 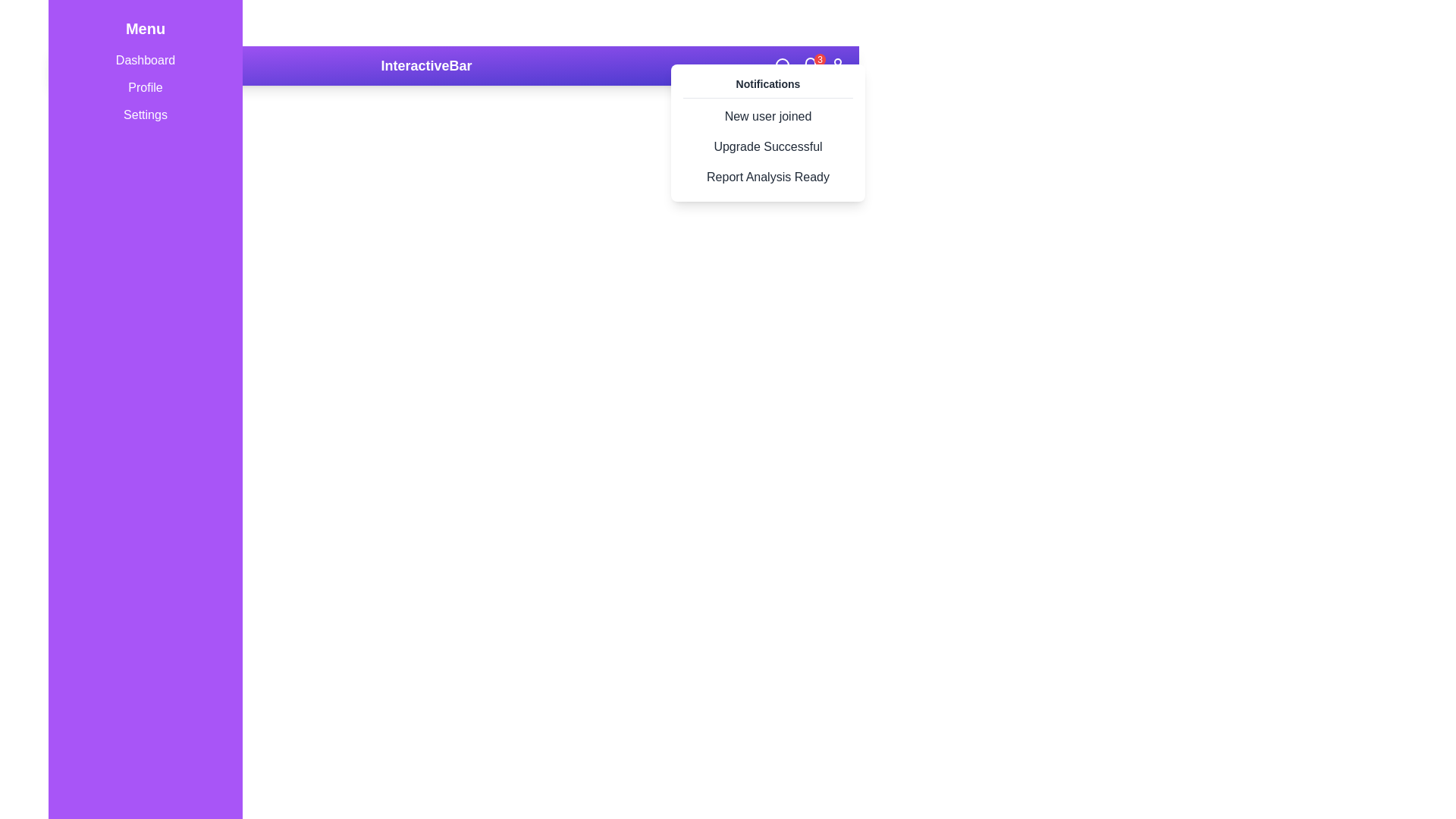 I want to click on the 'Dashboard' text label, which has a purple background and white text, located at the top of the sidebar menu on the left side of the interface, so click(x=146, y=60).